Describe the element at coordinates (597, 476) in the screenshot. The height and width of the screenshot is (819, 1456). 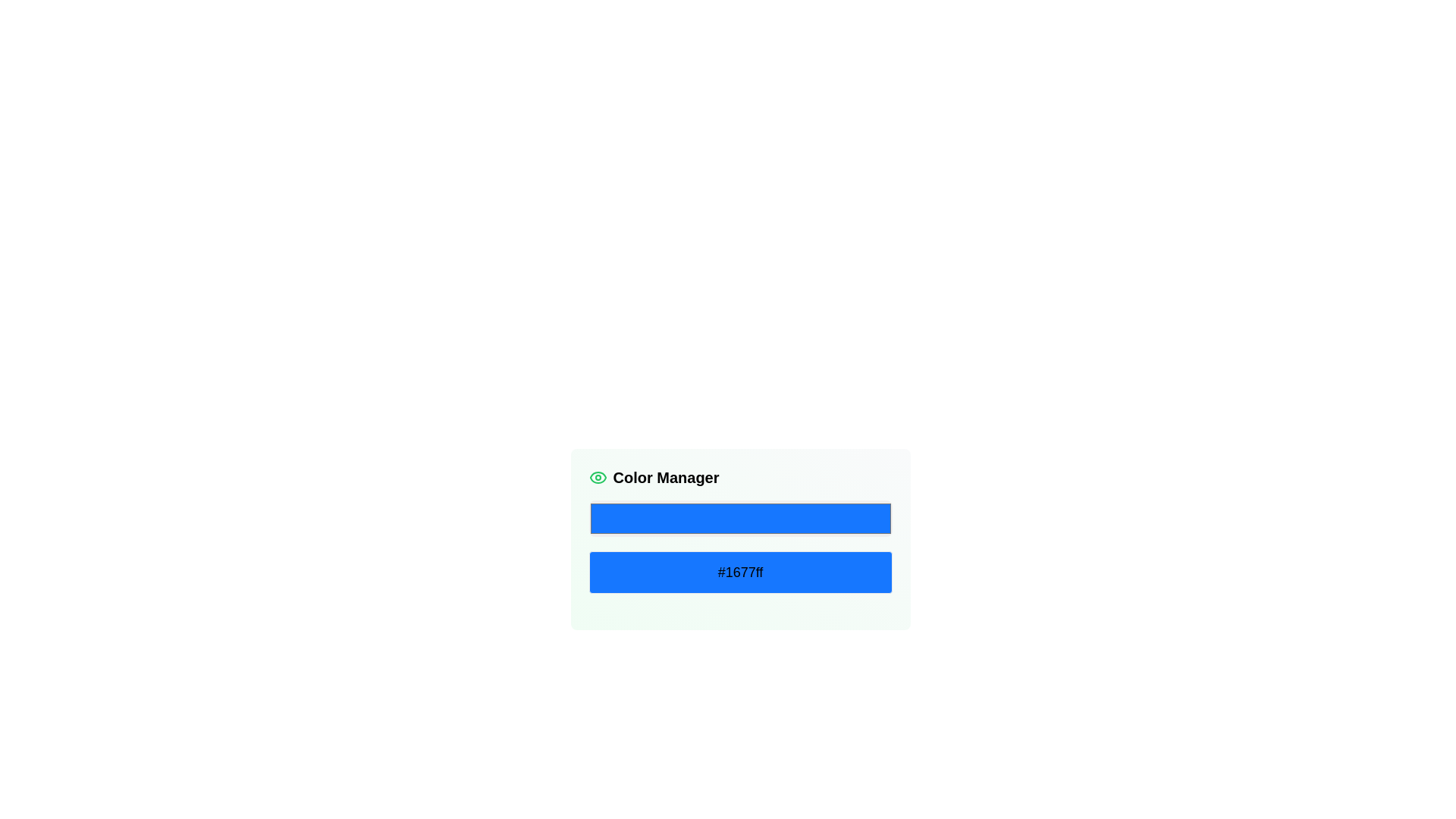
I see `the eye-shaped icon with a green outline located in the top-left corner of the 'Color Manager' panel, positioned directly before the title text` at that location.